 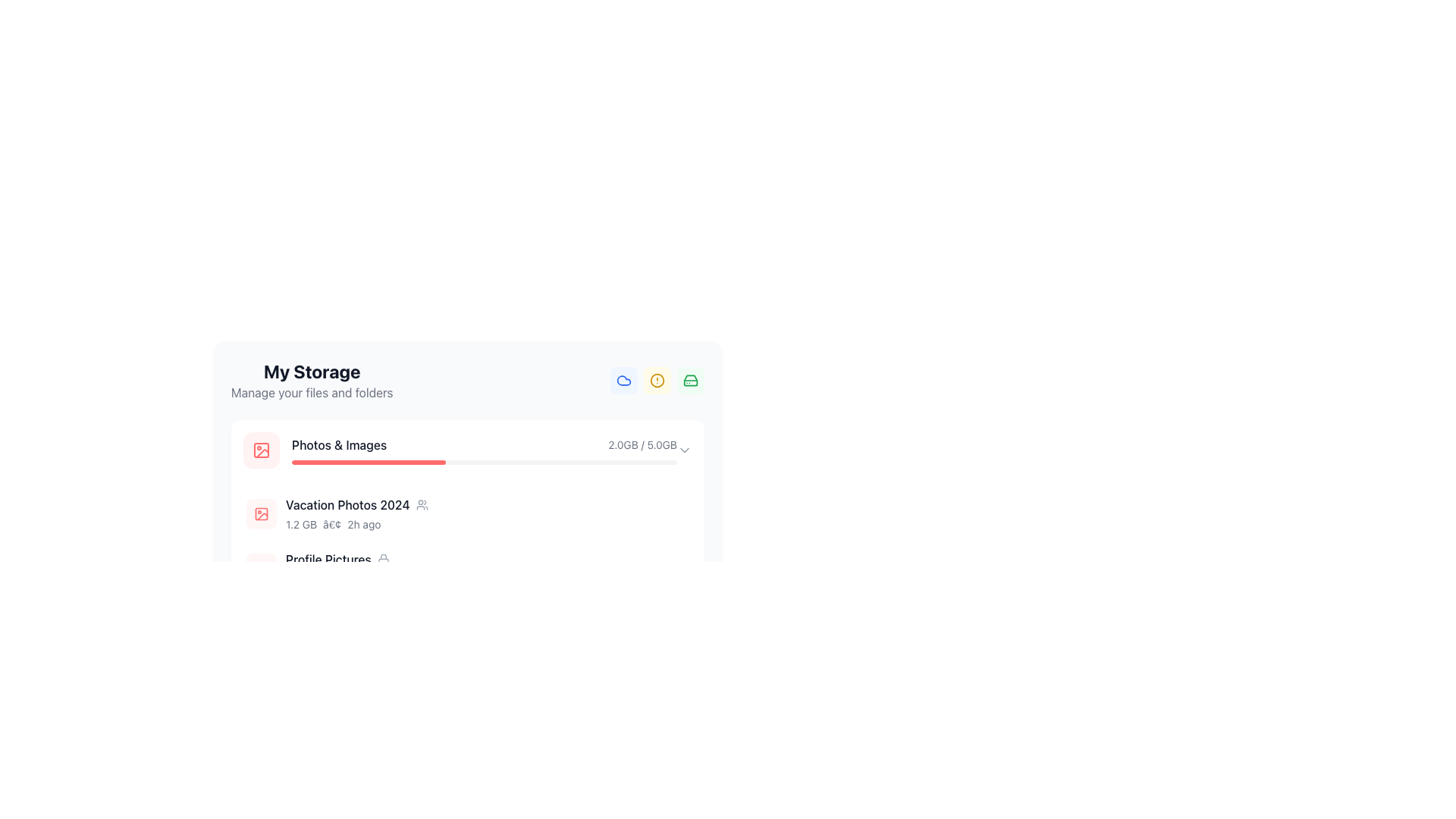 I want to click on the text label for the folder titled 'Vacation Photos 2024', which is positioned in the 'Photos & Images' section, next to a folder icon, so click(x=347, y=505).